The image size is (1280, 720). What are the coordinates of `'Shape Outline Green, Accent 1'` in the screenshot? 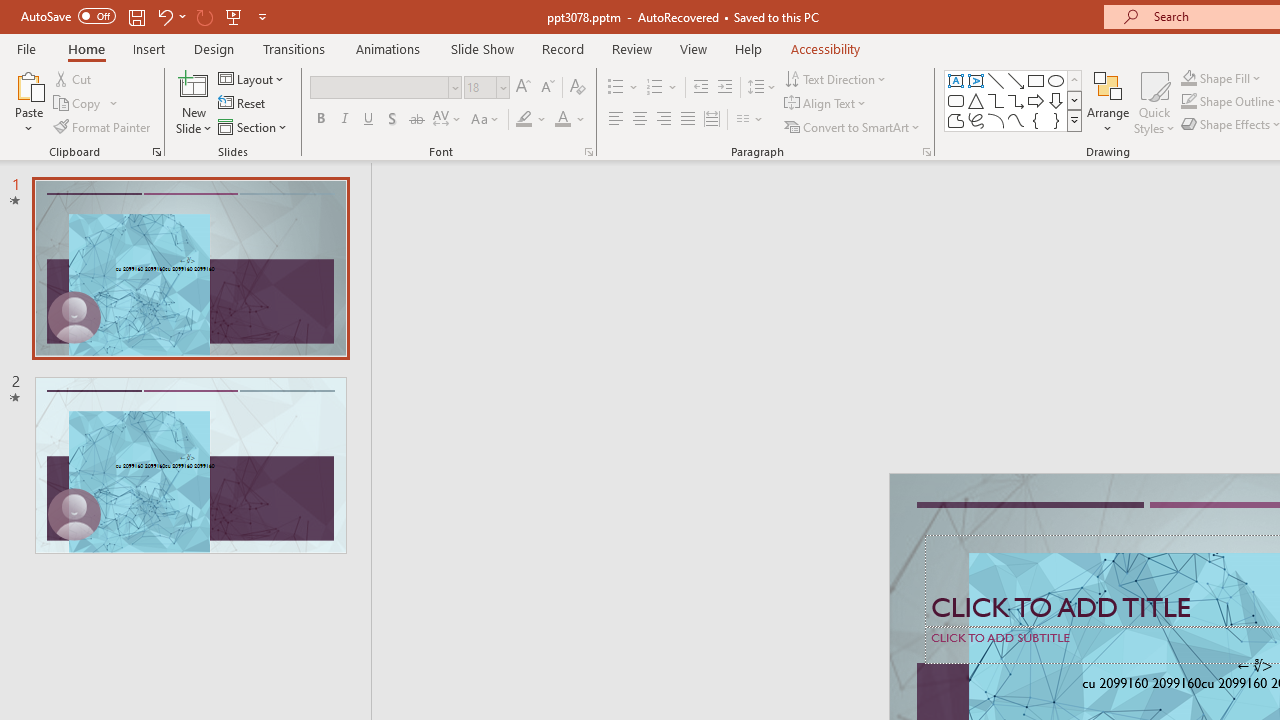 It's located at (1189, 101).